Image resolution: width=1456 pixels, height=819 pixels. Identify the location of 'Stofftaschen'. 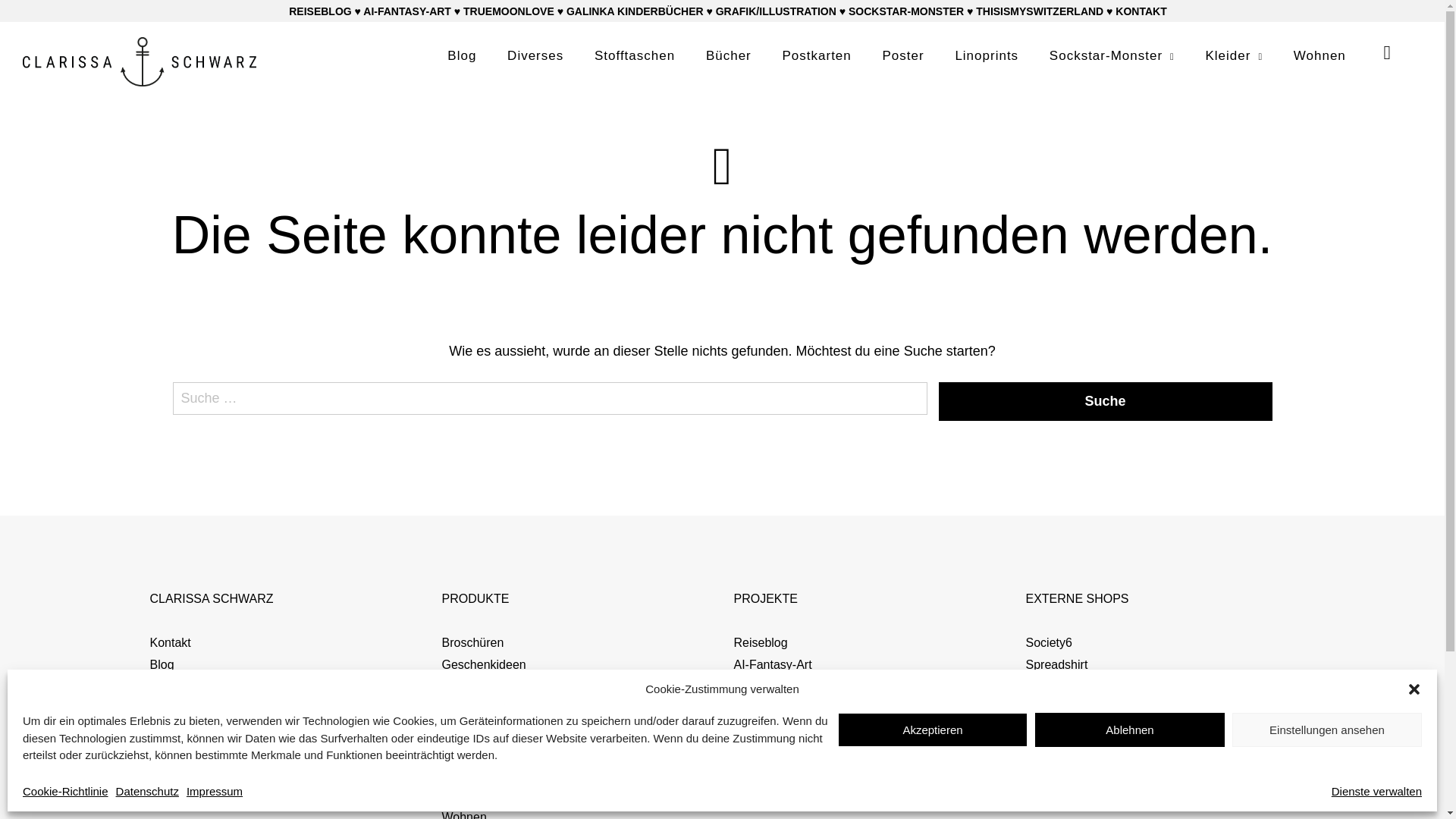
(593, 55).